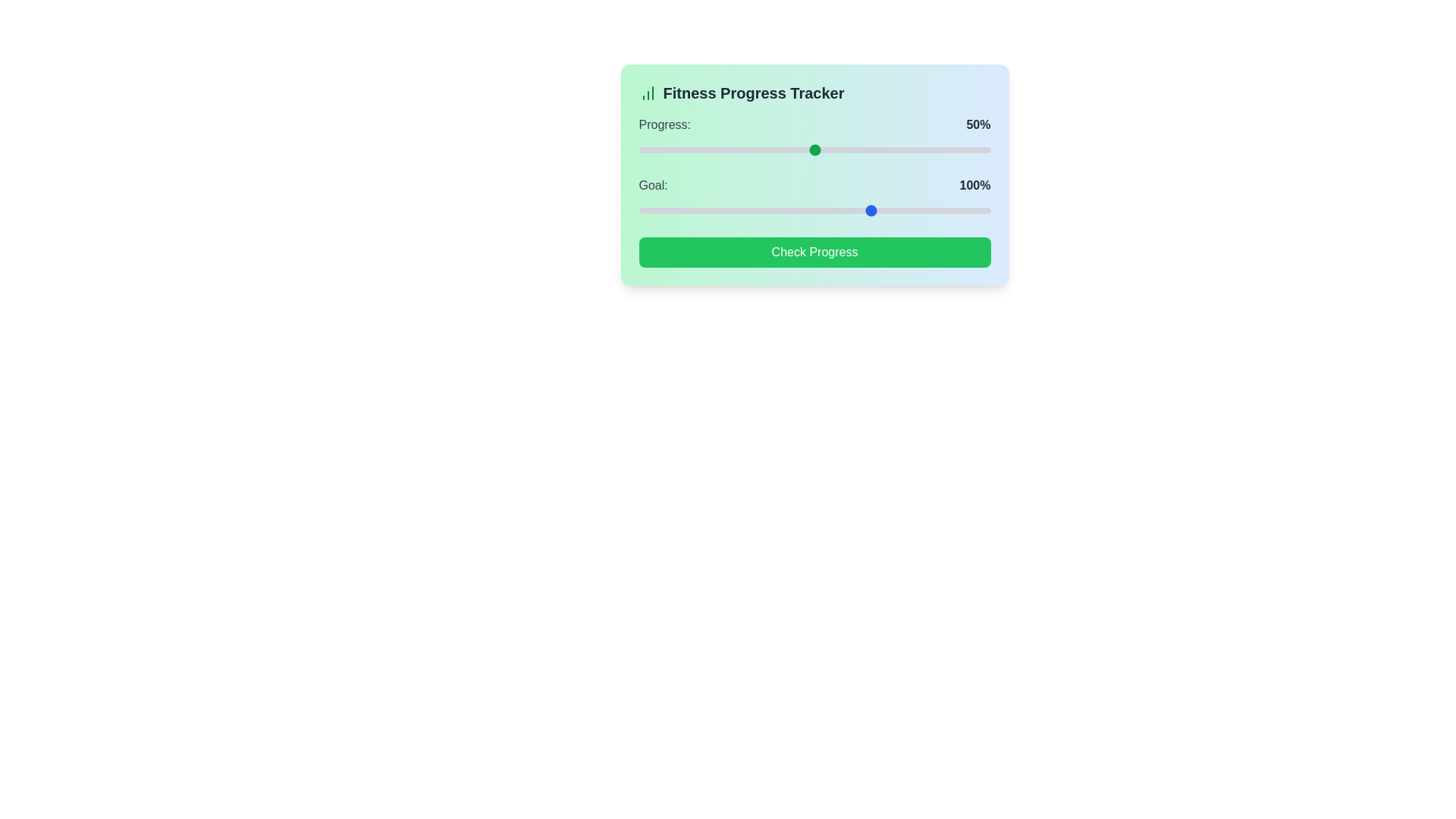  What do you see at coordinates (842, 149) in the screenshot?
I see `the progress slider to 58%` at bounding box center [842, 149].